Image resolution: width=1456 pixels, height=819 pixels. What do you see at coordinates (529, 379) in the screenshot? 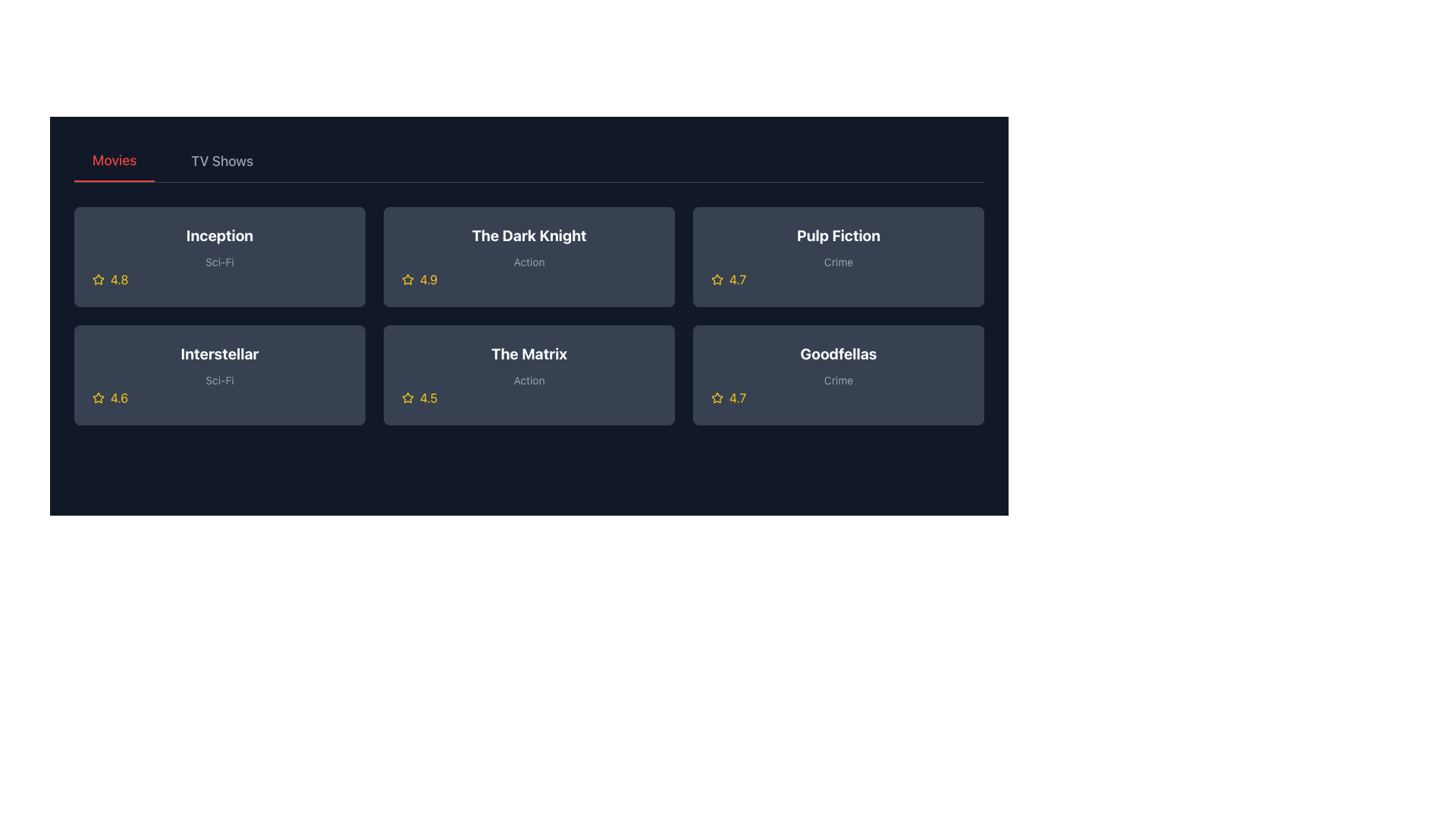
I see `the text label displaying 'Action' that is situated directly below the title 'The Matrix' in a grid layout` at bounding box center [529, 379].